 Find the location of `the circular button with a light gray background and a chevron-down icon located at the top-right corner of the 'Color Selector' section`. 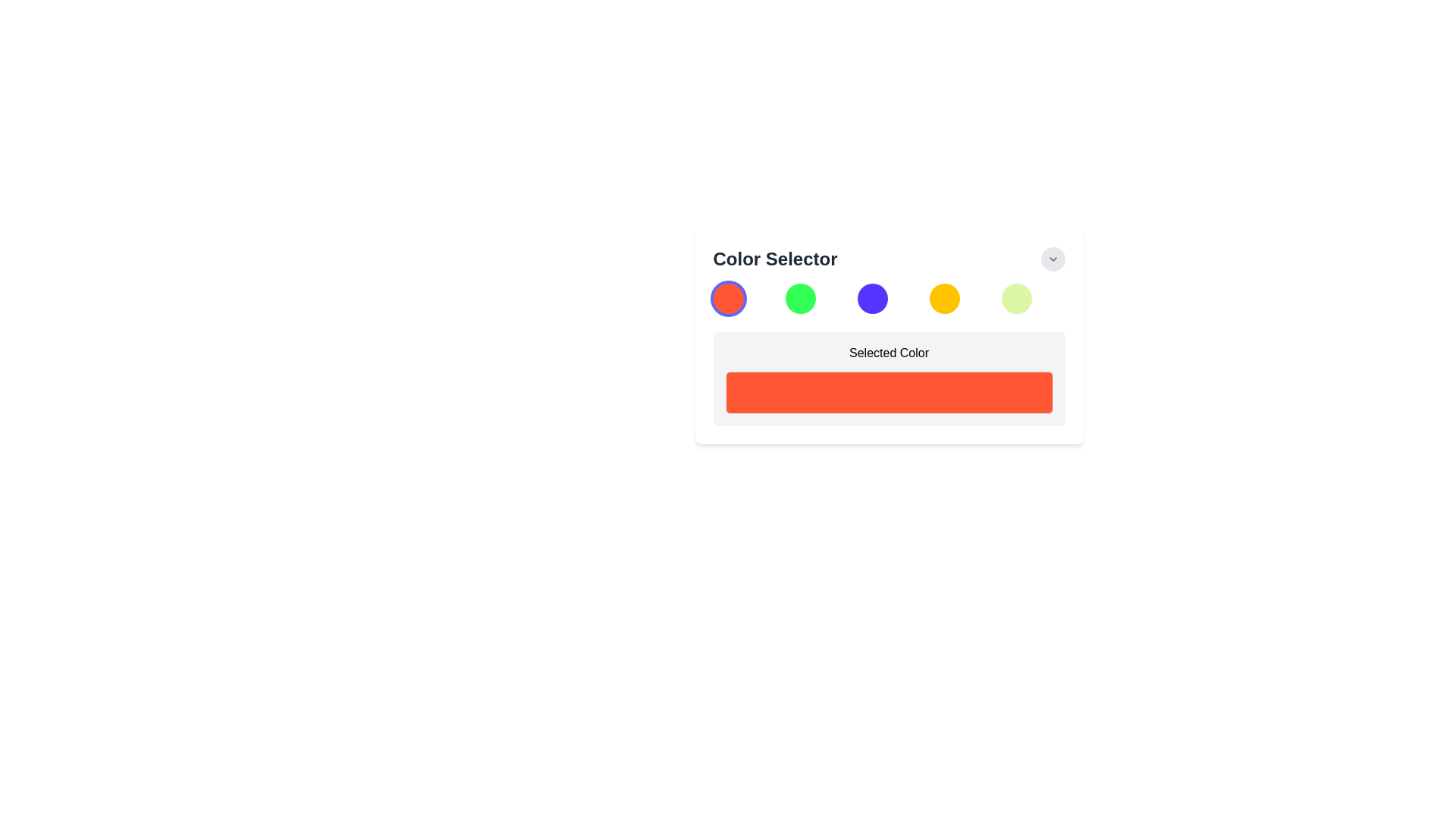

the circular button with a light gray background and a chevron-down icon located at the top-right corner of the 'Color Selector' section is located at coordinates (1052, 259).